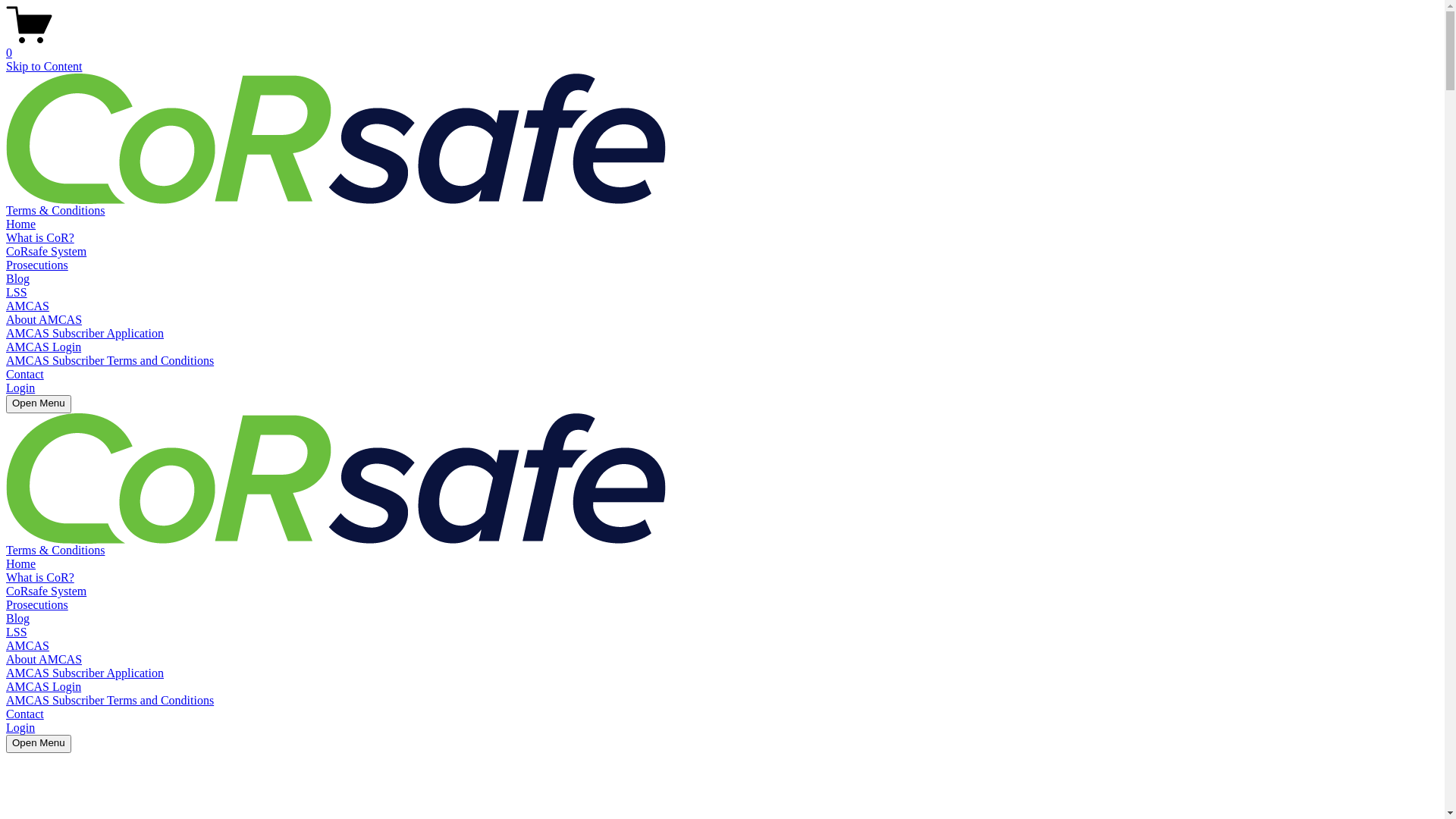  I want to click on 'AMCAS Login', so click(43, 686).